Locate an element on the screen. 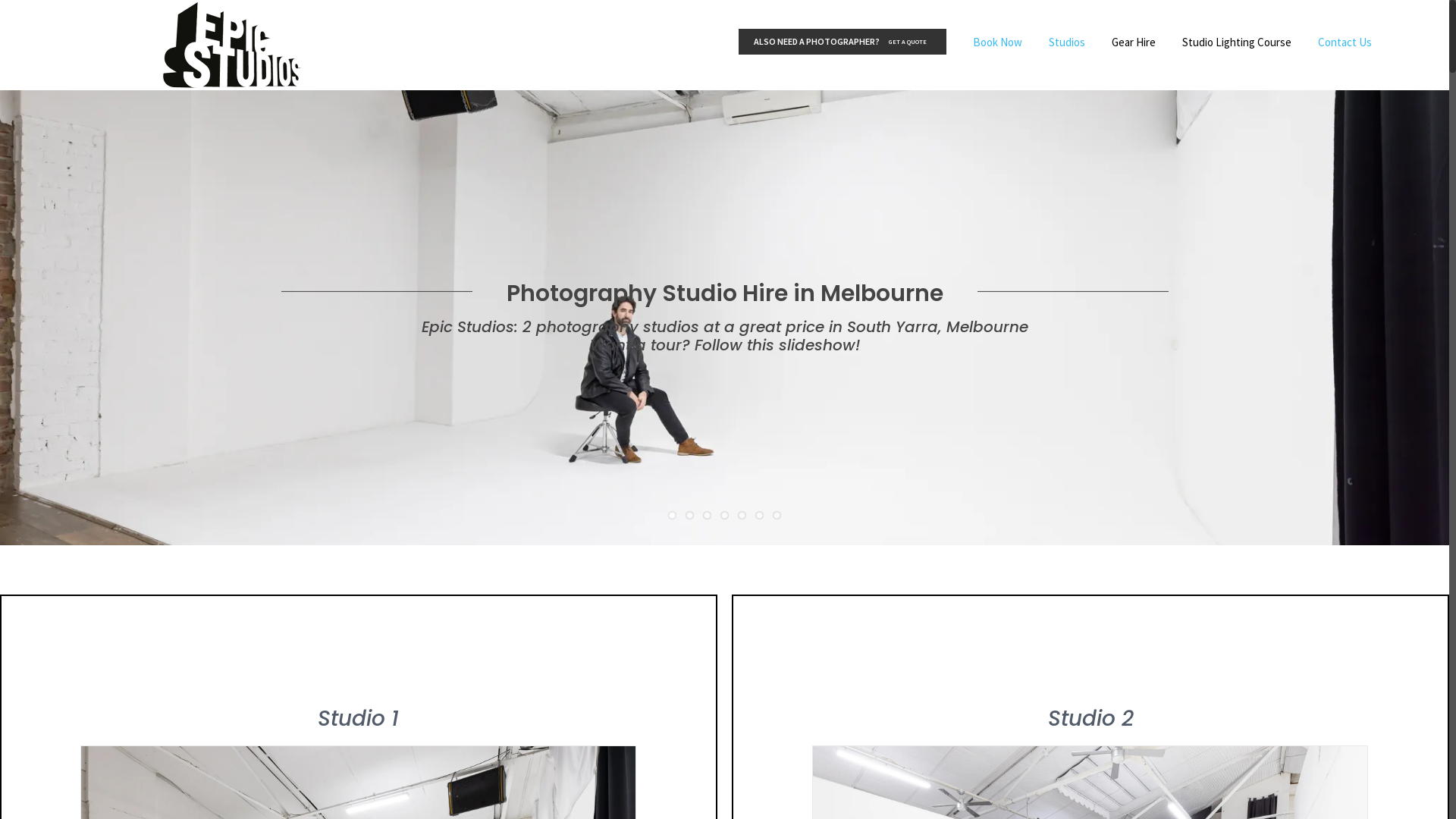 The width and height of the screenshot is (1456, 819). 'ALSO NEED A PHOTOGRAPHER? is located at coordinates (739, 40).